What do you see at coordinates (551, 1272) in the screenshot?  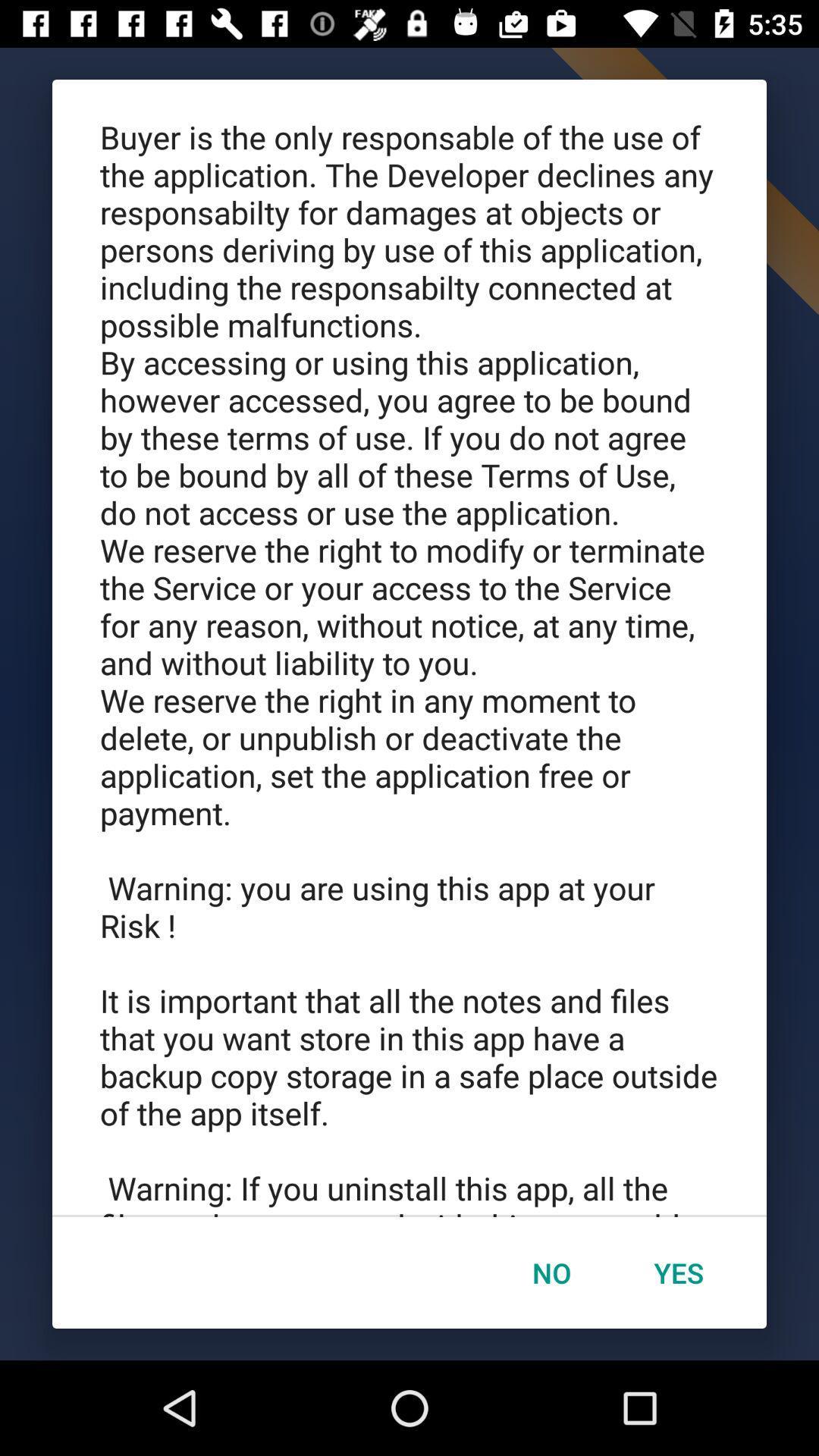 I see `no icon` at bounding box center [551, 1272].